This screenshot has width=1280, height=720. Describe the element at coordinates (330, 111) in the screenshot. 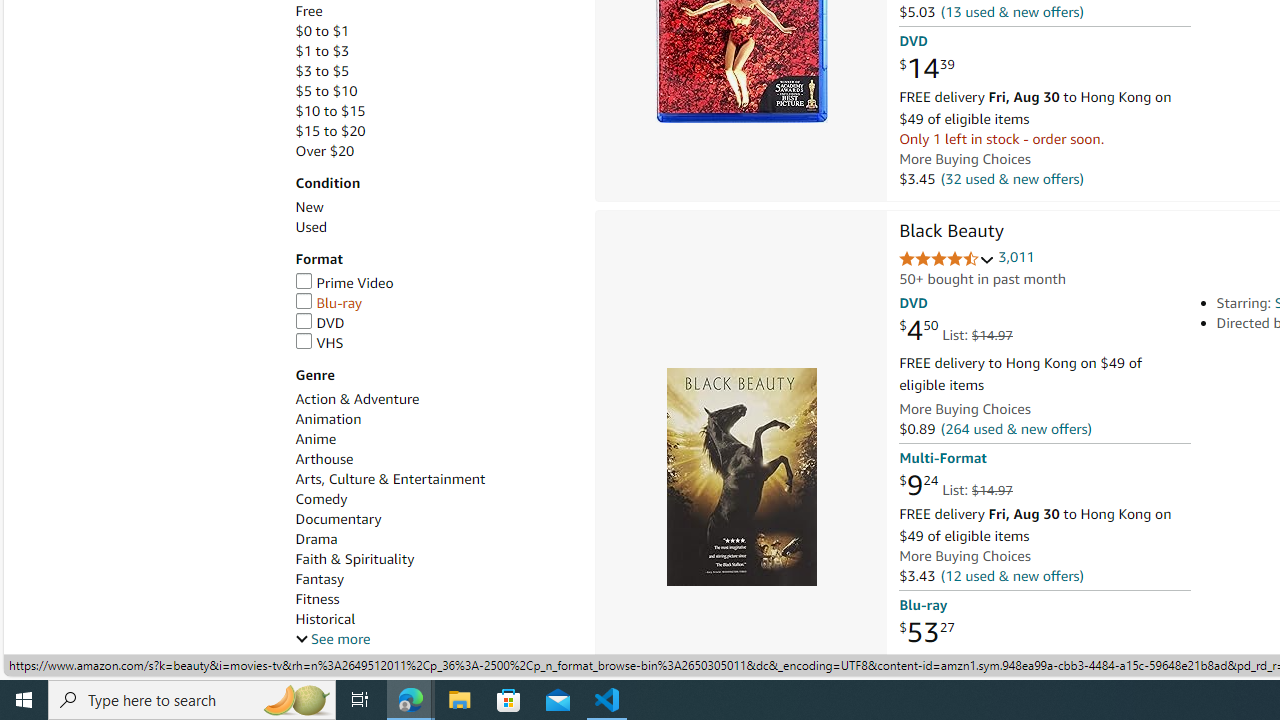

I see `'$10 to $15'` at that location.